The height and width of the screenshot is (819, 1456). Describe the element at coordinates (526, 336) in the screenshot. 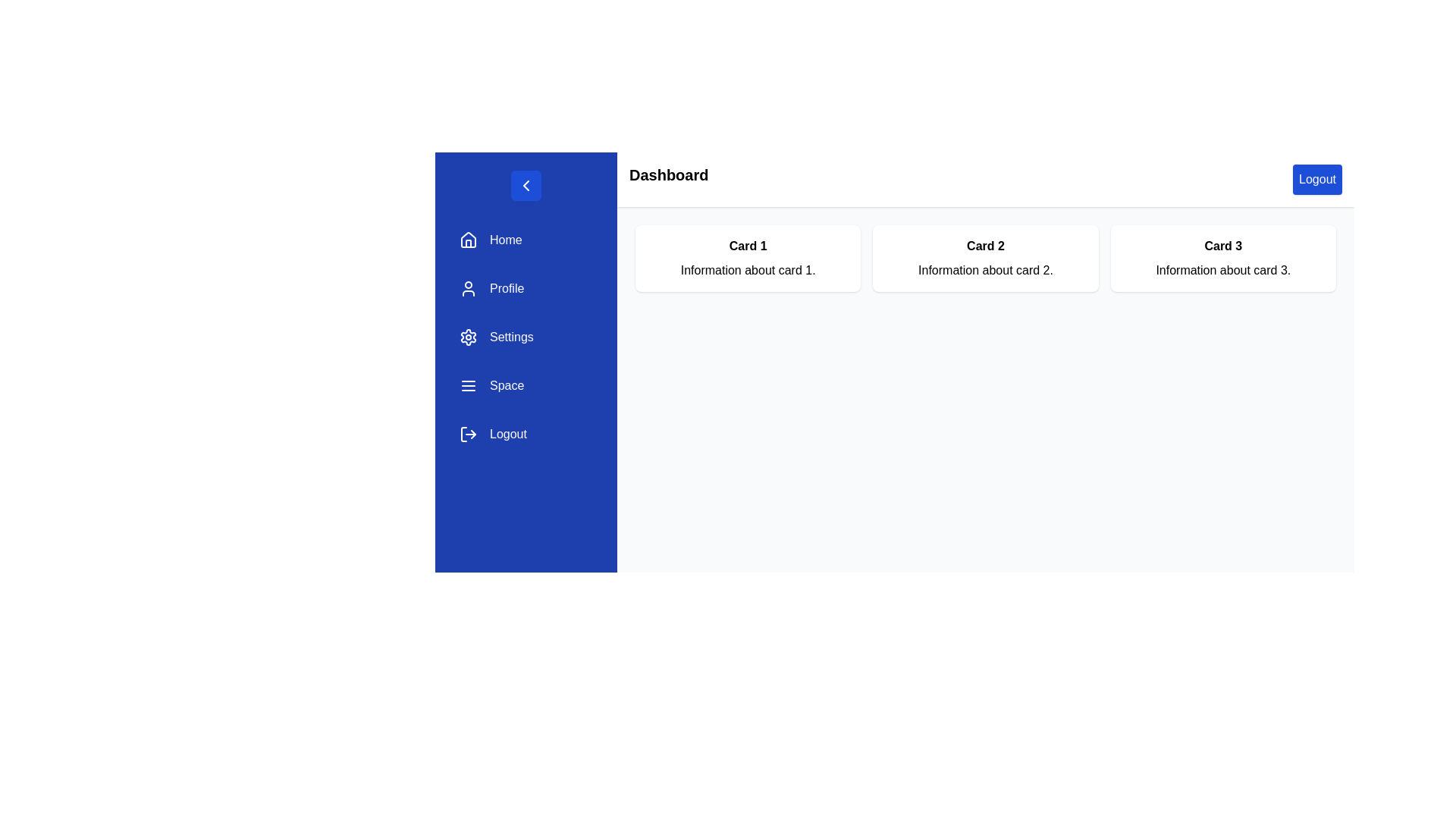

I see `the blue 'Settings' button with a cogwheel icon located in the vertical navigation panel, positioned between the 'Profile' and 'Space' buttons` at that location.